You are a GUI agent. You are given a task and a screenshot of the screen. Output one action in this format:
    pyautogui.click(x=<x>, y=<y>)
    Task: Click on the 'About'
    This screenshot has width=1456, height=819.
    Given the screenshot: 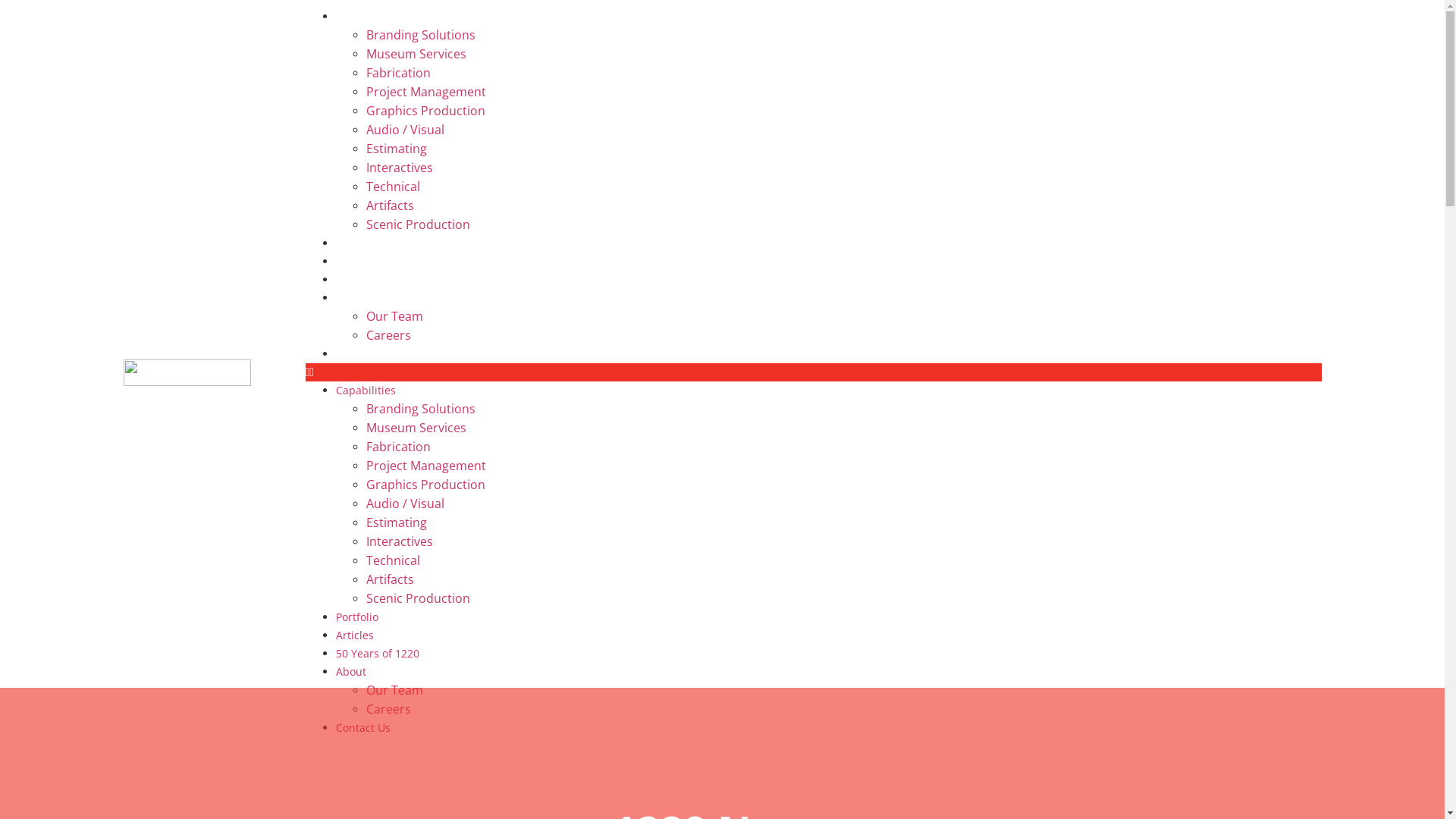 What is the action you would take?
    pyautogui.click(x=349, y=670)
    